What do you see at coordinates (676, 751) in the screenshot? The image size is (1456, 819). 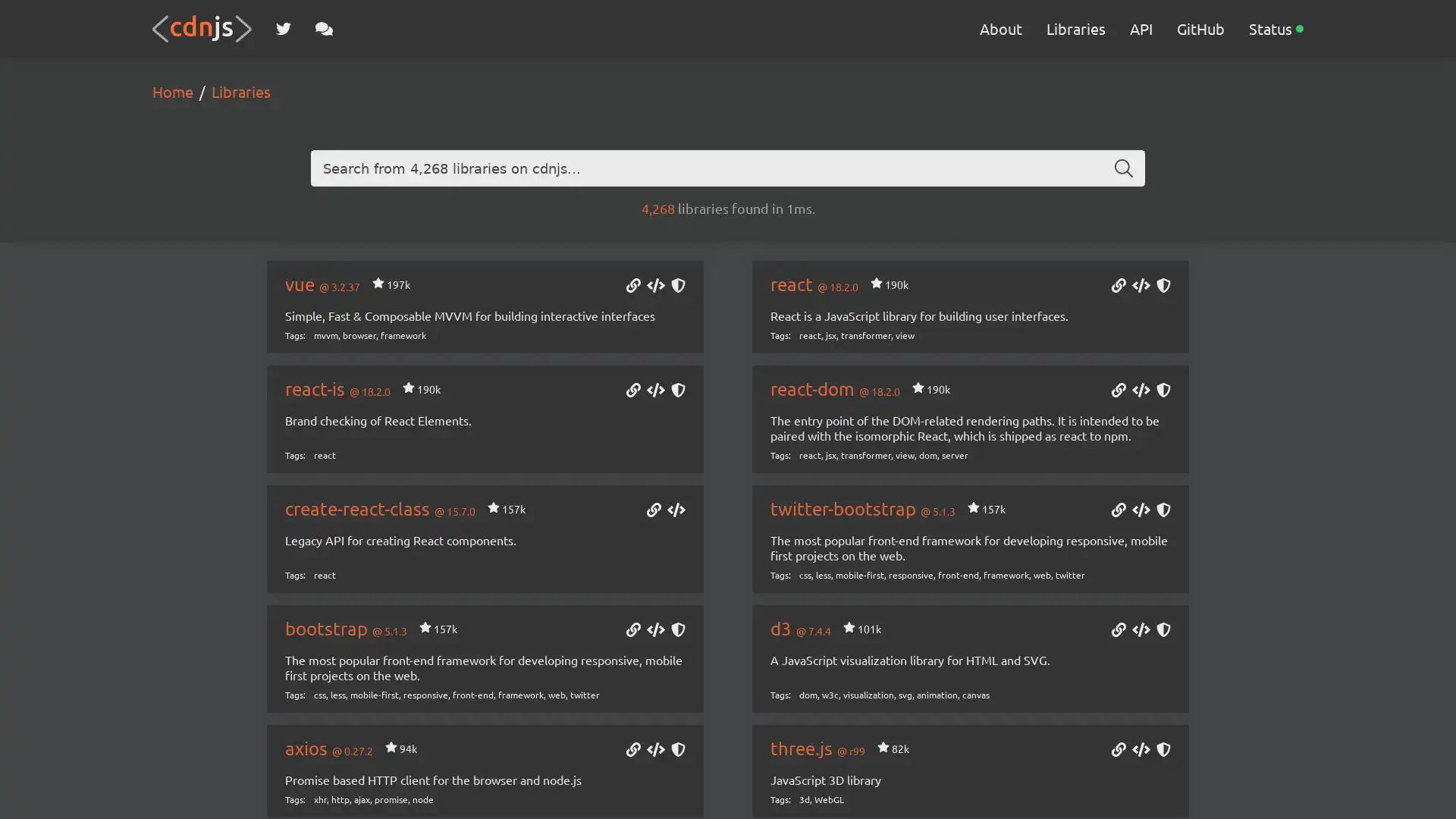 I see `Copy SRI Hash` at bounding box center [676, 751].